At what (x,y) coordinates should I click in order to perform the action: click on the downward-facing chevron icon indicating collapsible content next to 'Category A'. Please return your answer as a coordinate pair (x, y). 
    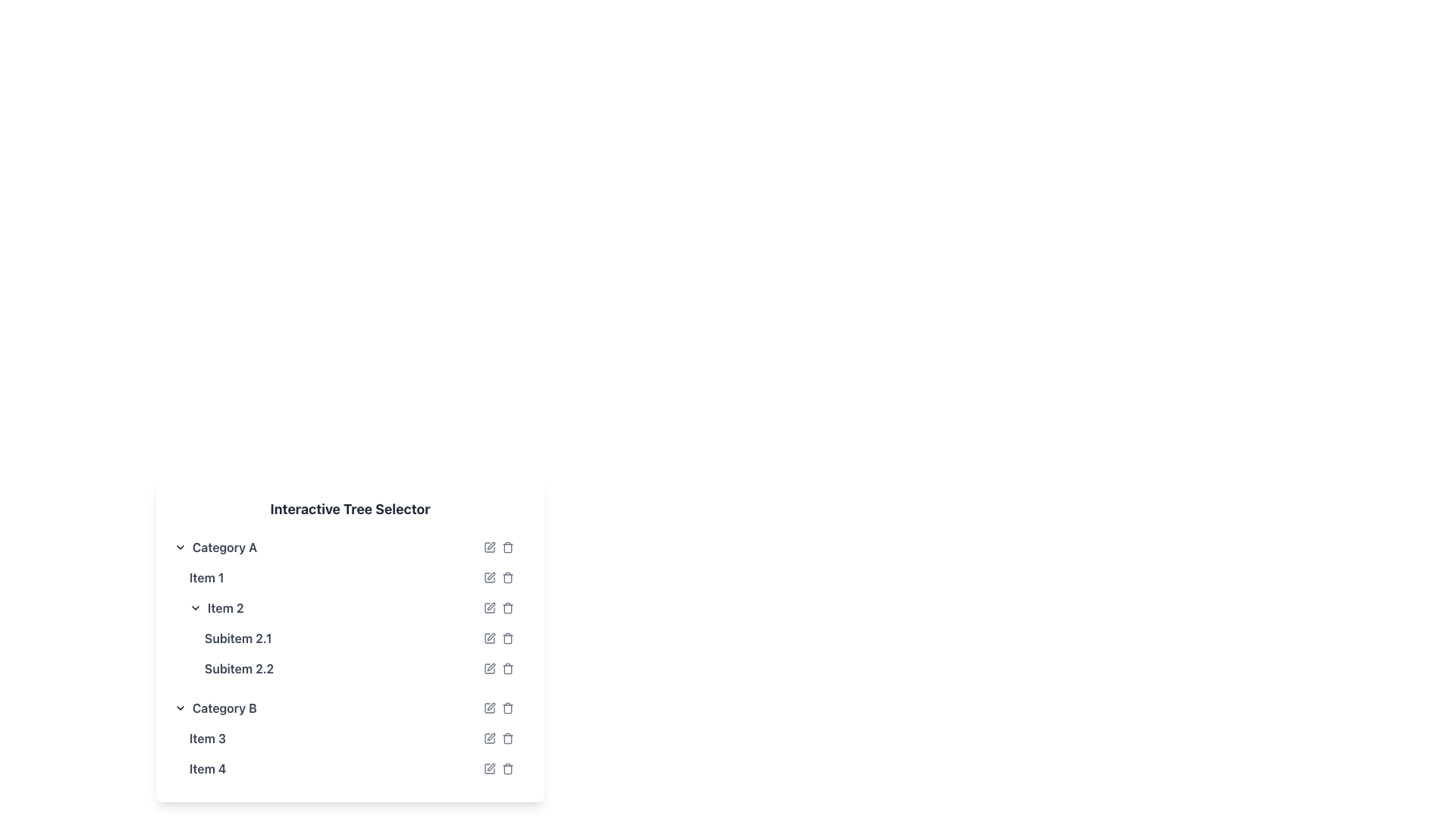
    Looking at the image, I should click on (180, 547).